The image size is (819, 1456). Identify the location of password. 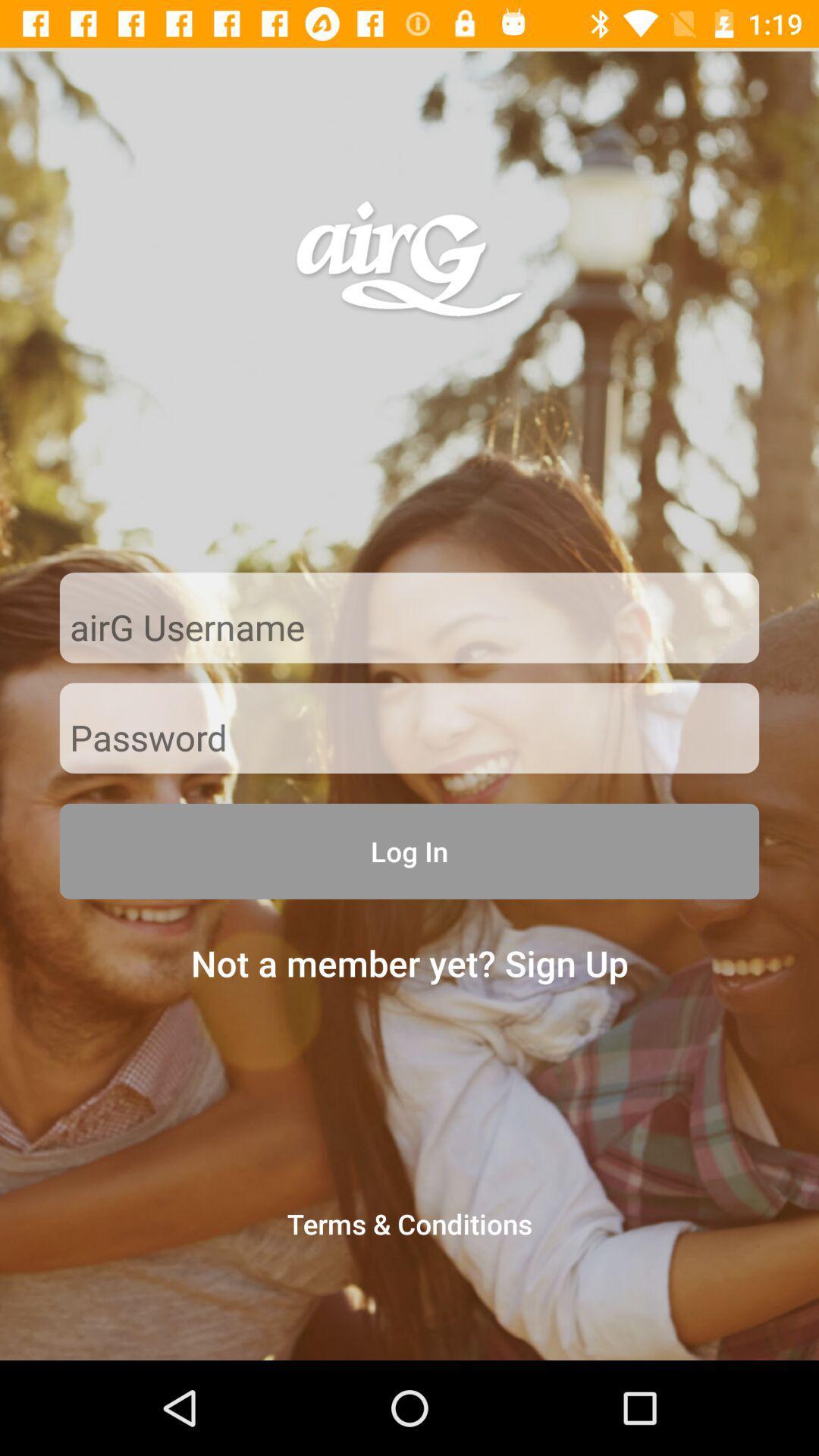
(409, 739).